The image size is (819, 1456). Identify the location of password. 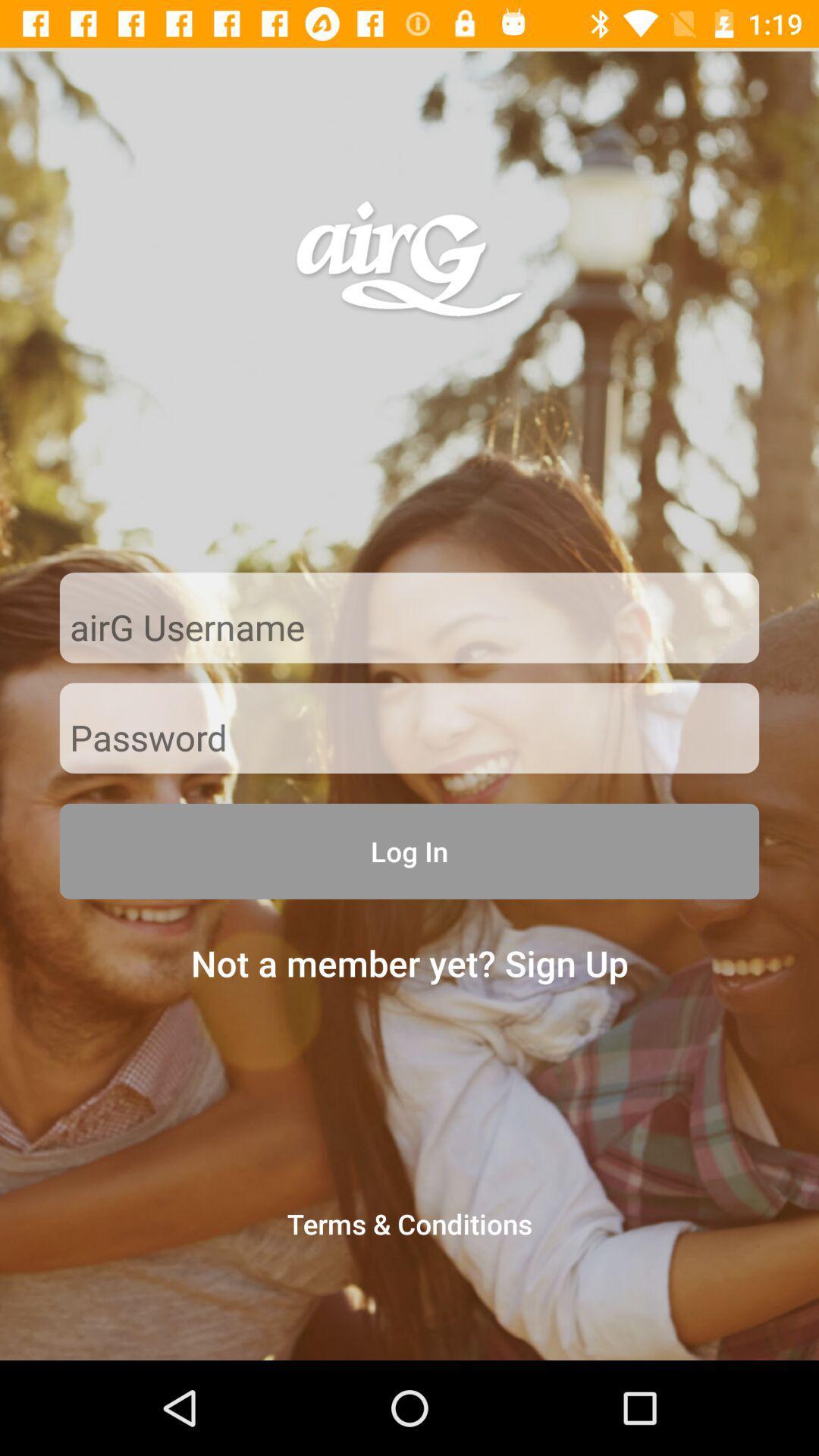
(409, 739).